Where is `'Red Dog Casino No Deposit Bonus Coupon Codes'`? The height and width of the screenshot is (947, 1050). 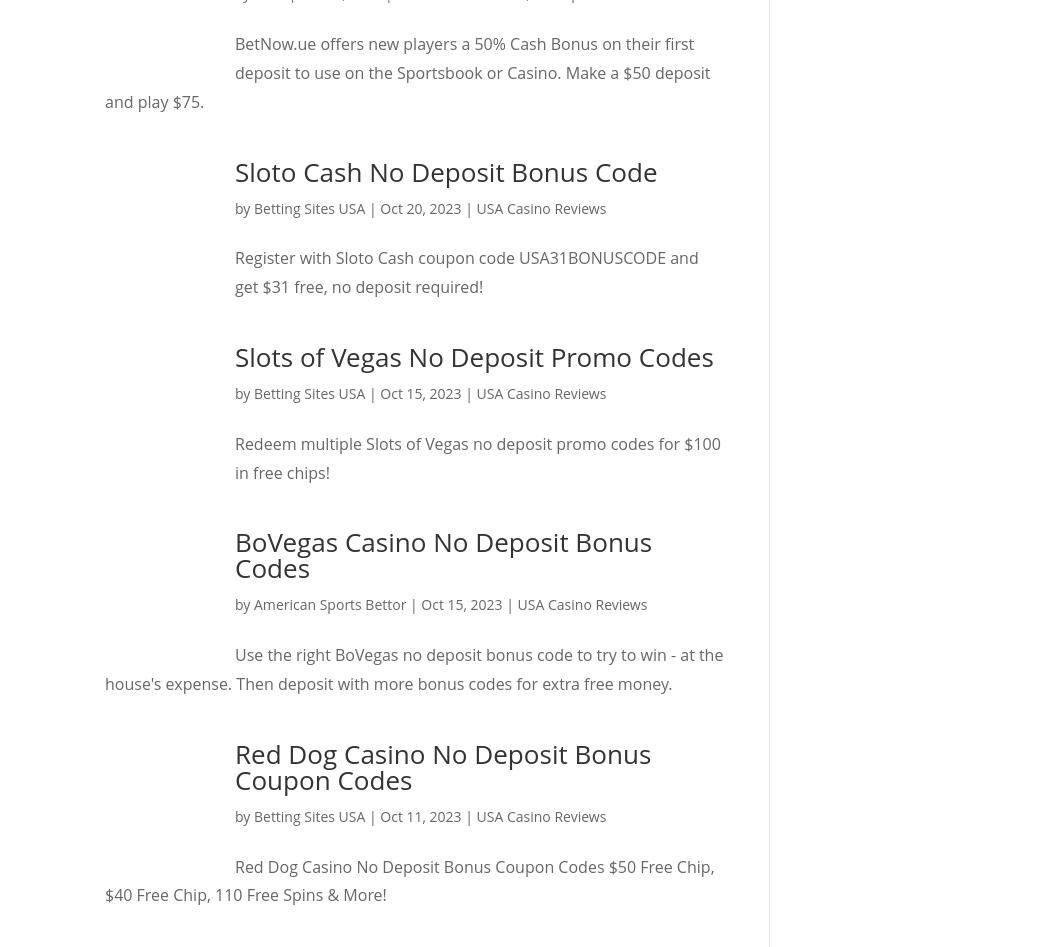 'Red Dog Casino No Deposit Bonus Coupon Codes' is located at coordinates (441, 766).